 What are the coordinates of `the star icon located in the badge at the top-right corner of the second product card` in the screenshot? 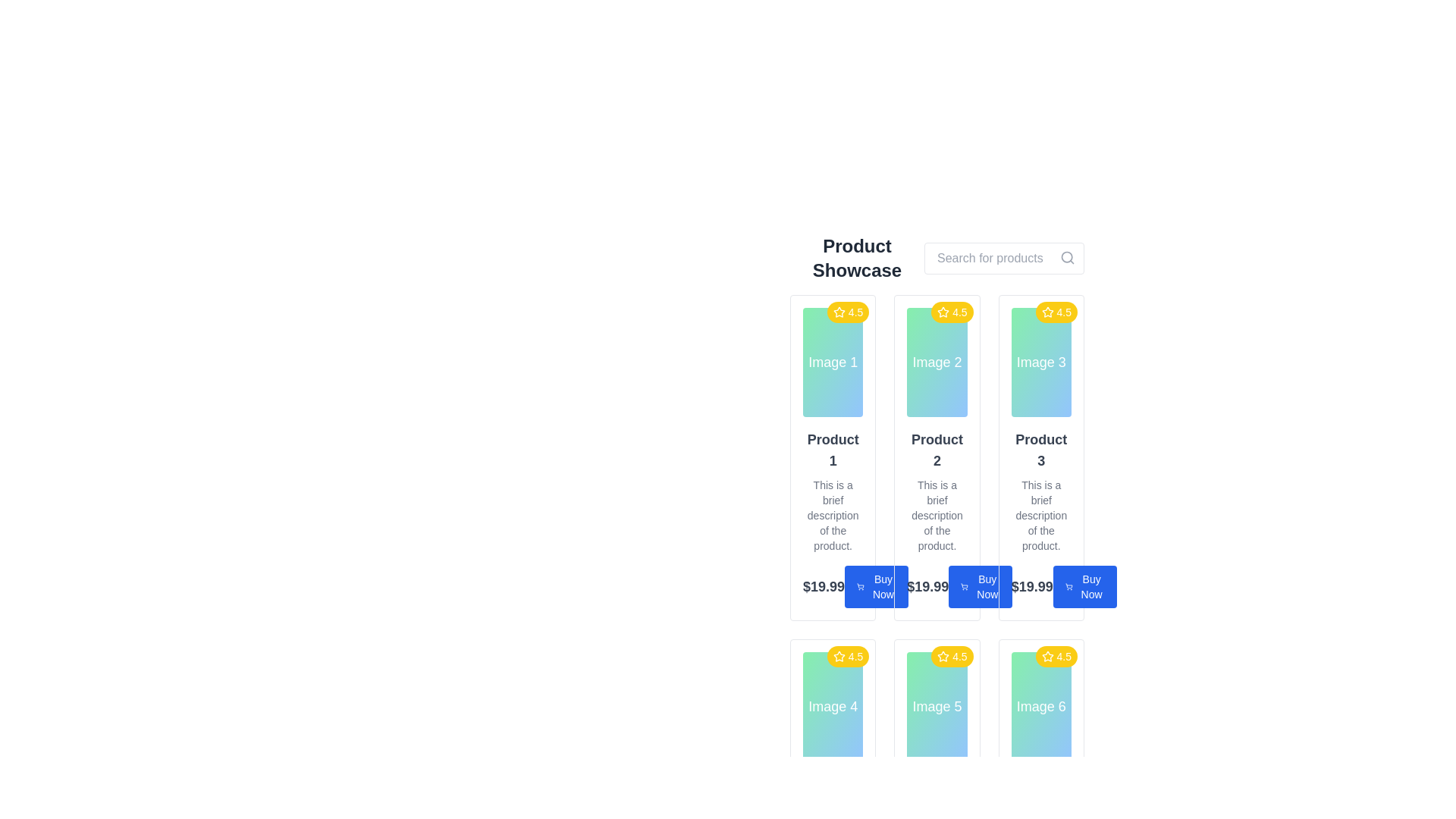 It's located at (942, 312).